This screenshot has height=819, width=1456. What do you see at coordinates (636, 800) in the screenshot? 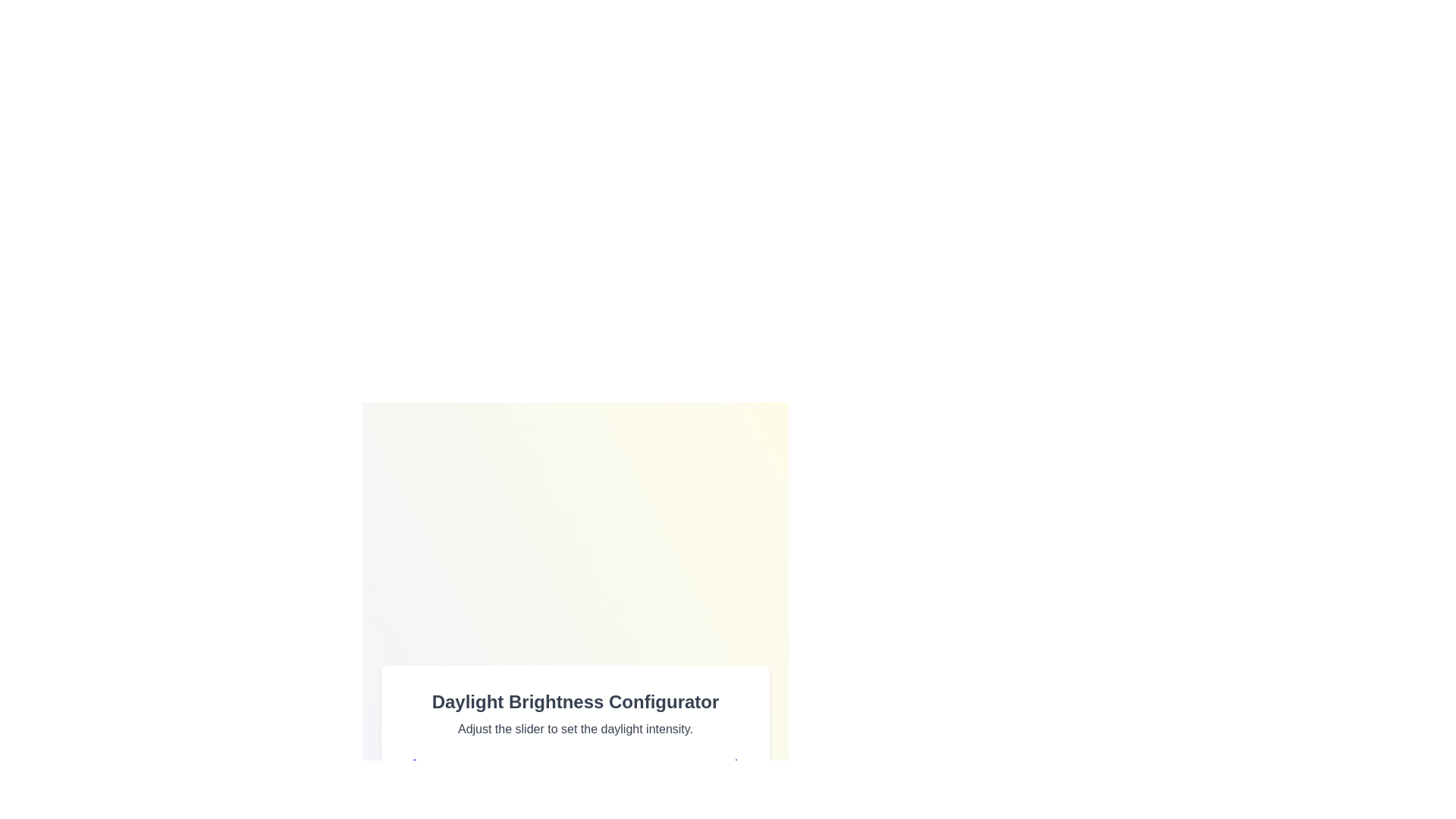
I see `the brightness slider to set the daylight intensity to 68%` at bounding box center [636, 800].